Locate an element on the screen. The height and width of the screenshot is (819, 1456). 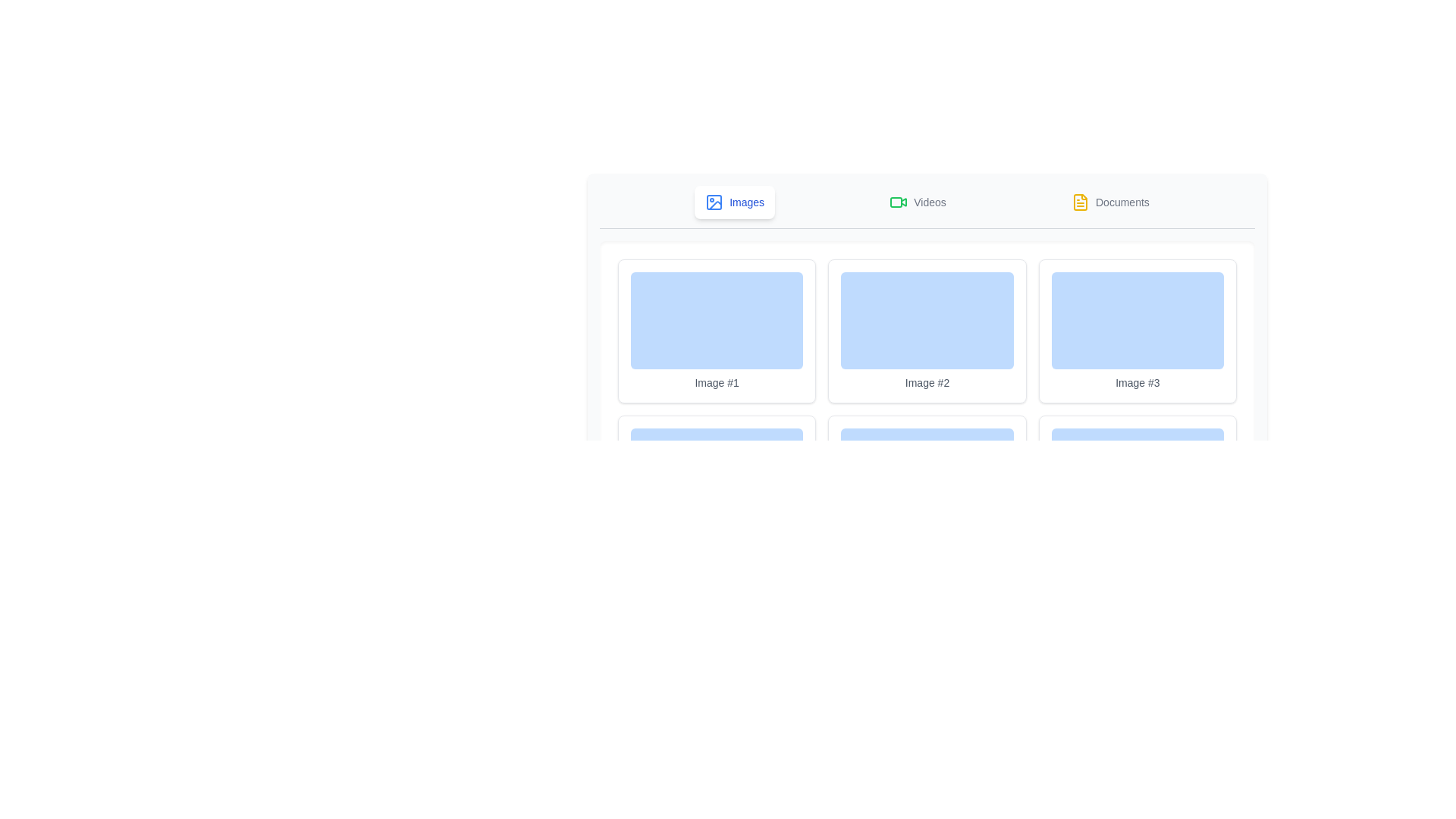
the 'Images' label in the navigation menu, which indicates the current active view or a clickable target to switch views is located at coordinates (747, 201).